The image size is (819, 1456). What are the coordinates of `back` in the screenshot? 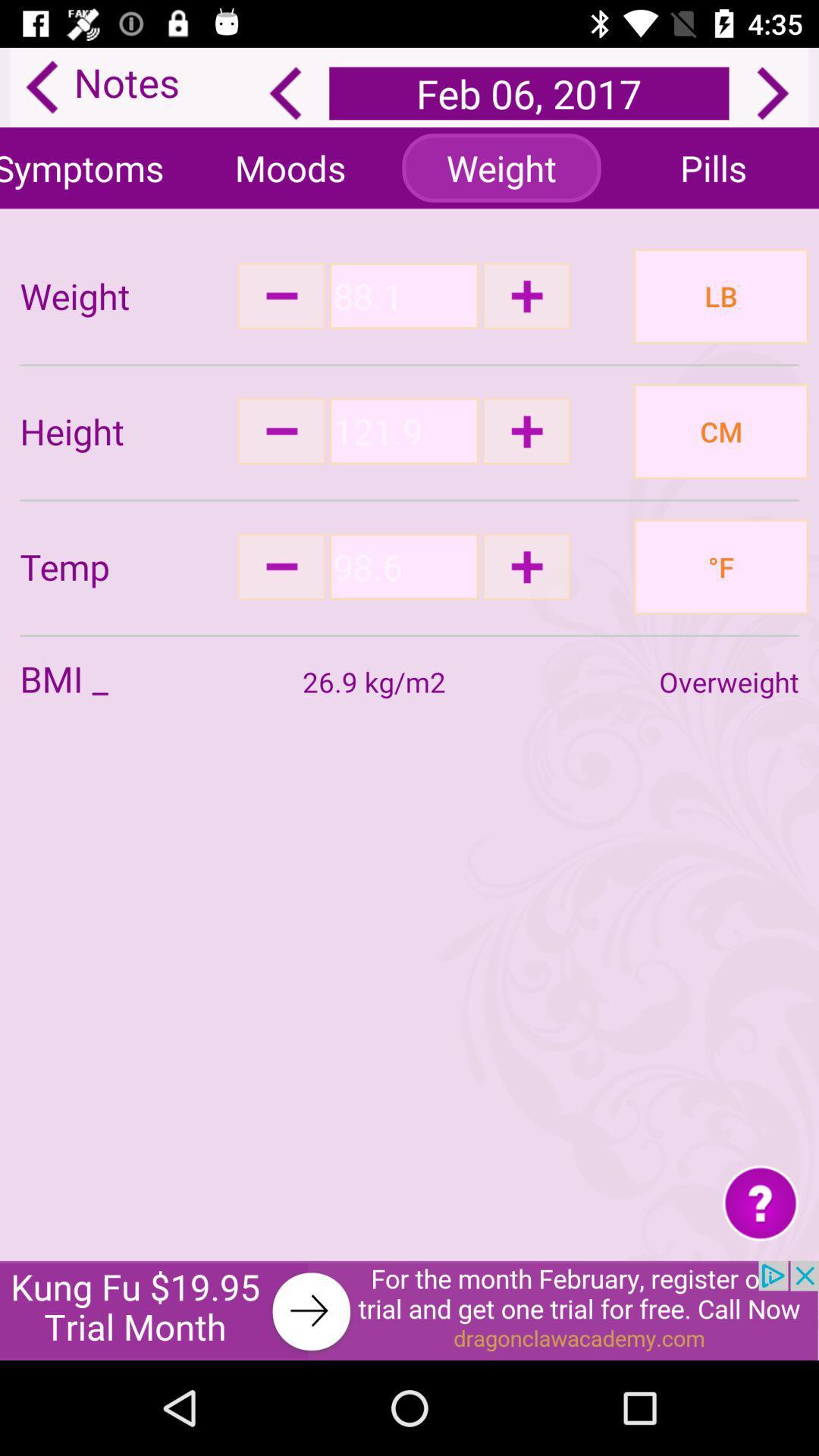 It's located at (285, 93).